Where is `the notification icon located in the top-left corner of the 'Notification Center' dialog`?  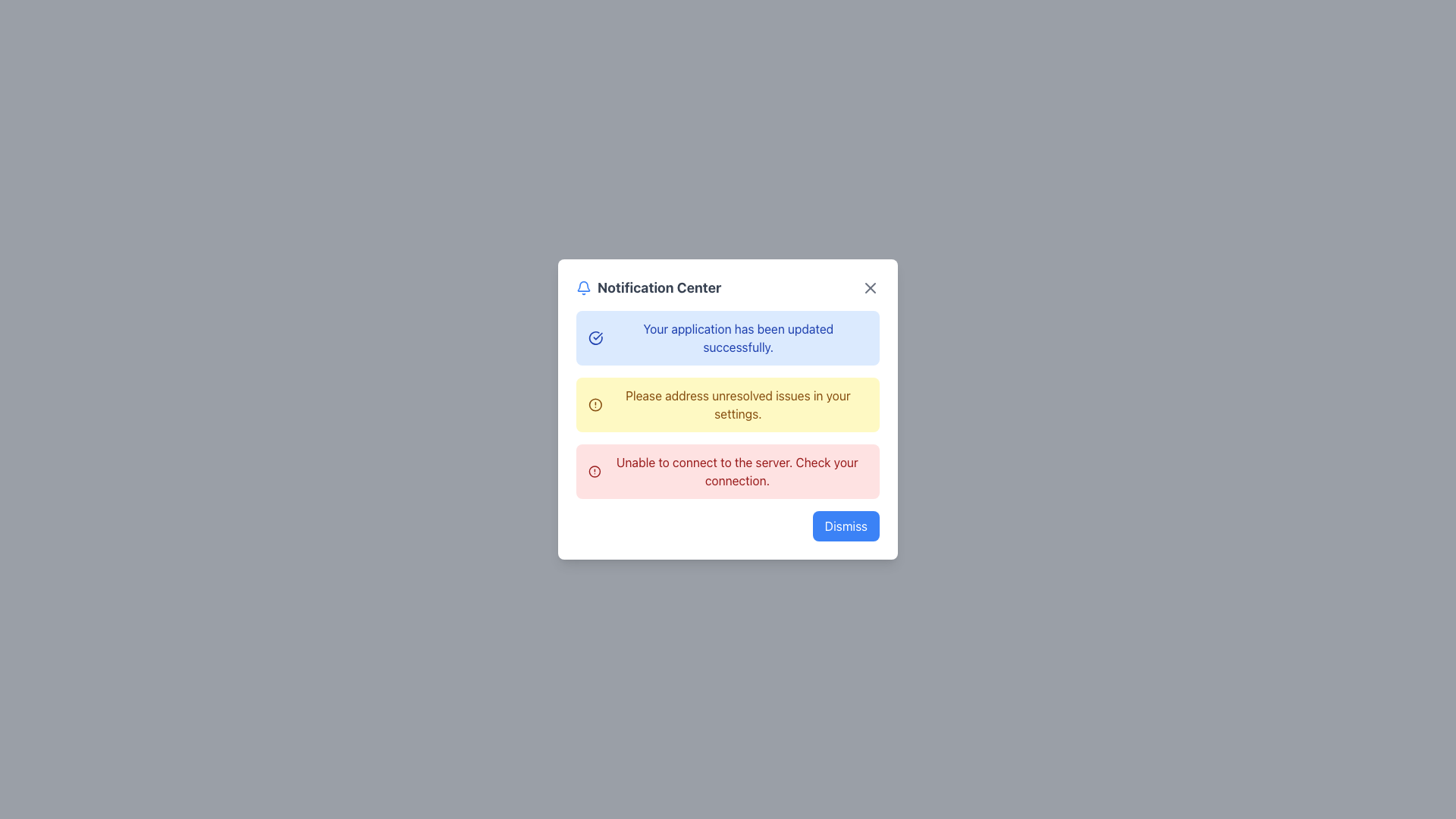
the notification icon located in the top-left corner of the 'Notification Center' dialog is located at coordinates (582, 288).